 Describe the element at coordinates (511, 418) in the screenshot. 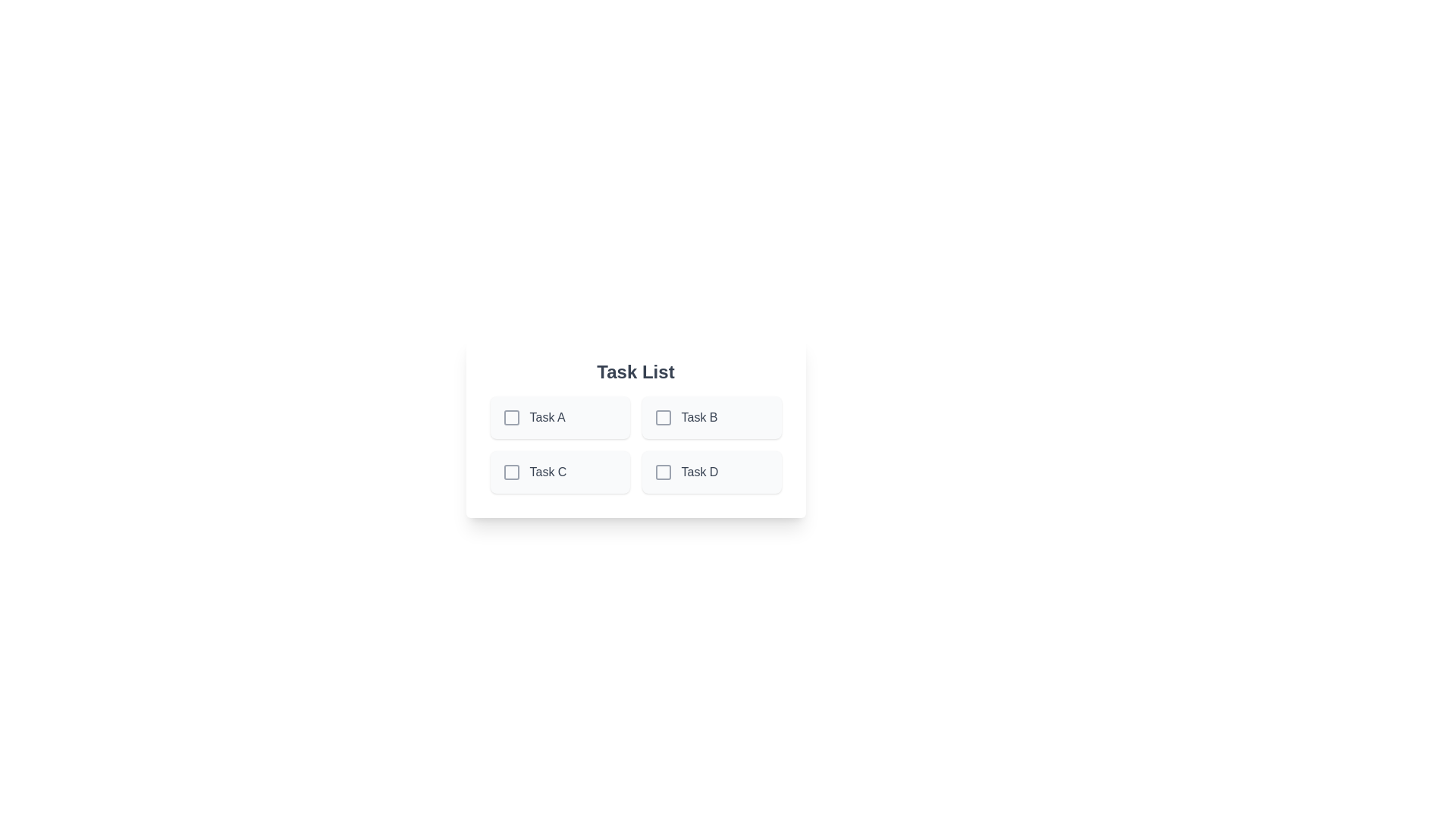

I see `the task Task A by clicking on its checkbox` at that location.